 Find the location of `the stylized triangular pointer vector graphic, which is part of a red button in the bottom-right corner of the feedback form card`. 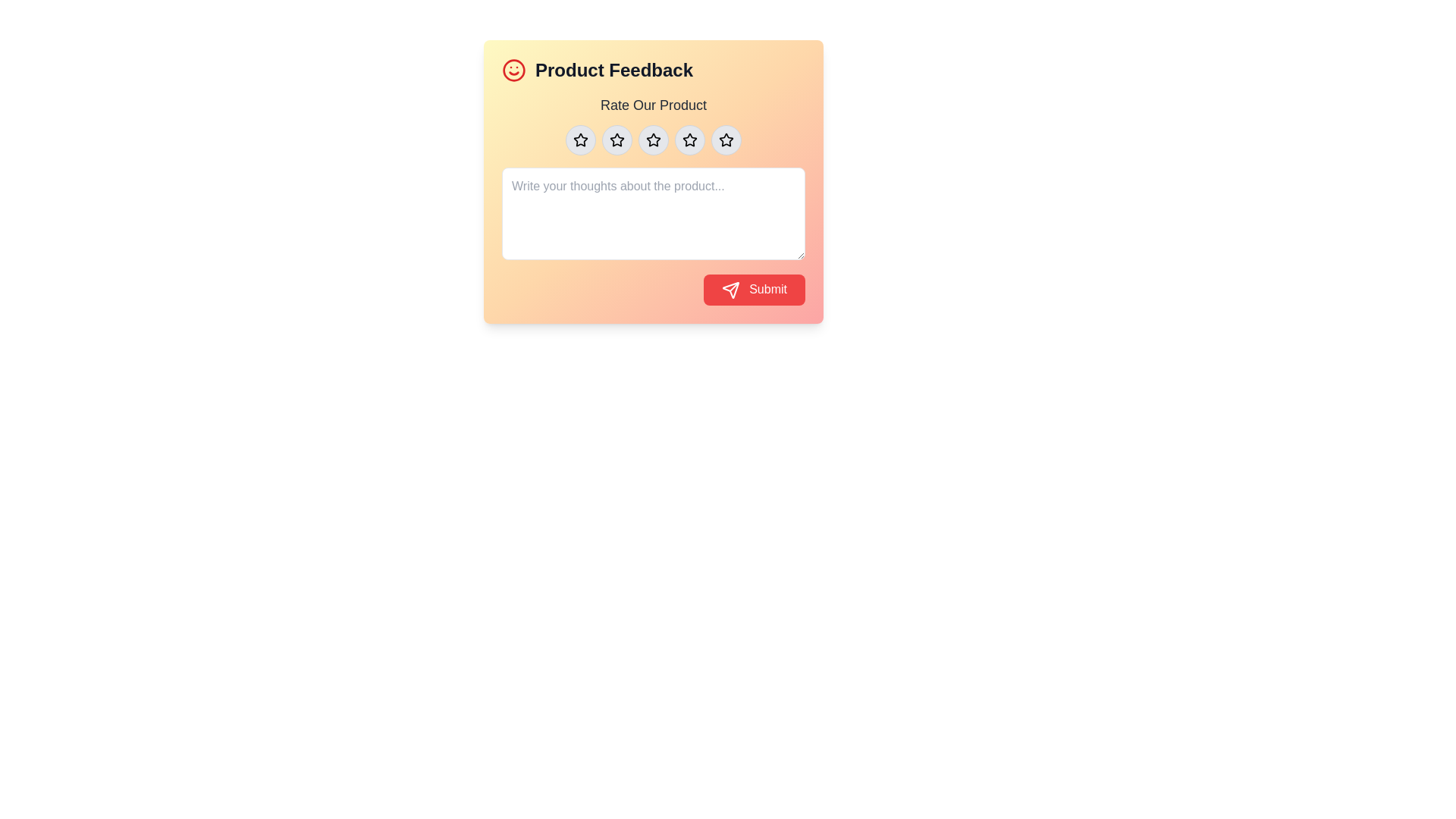

the stylized triangular pointer vector graphic, which is part of a red button in the bottom-right corner of the feedback form card is located at coordinates (730, 290).